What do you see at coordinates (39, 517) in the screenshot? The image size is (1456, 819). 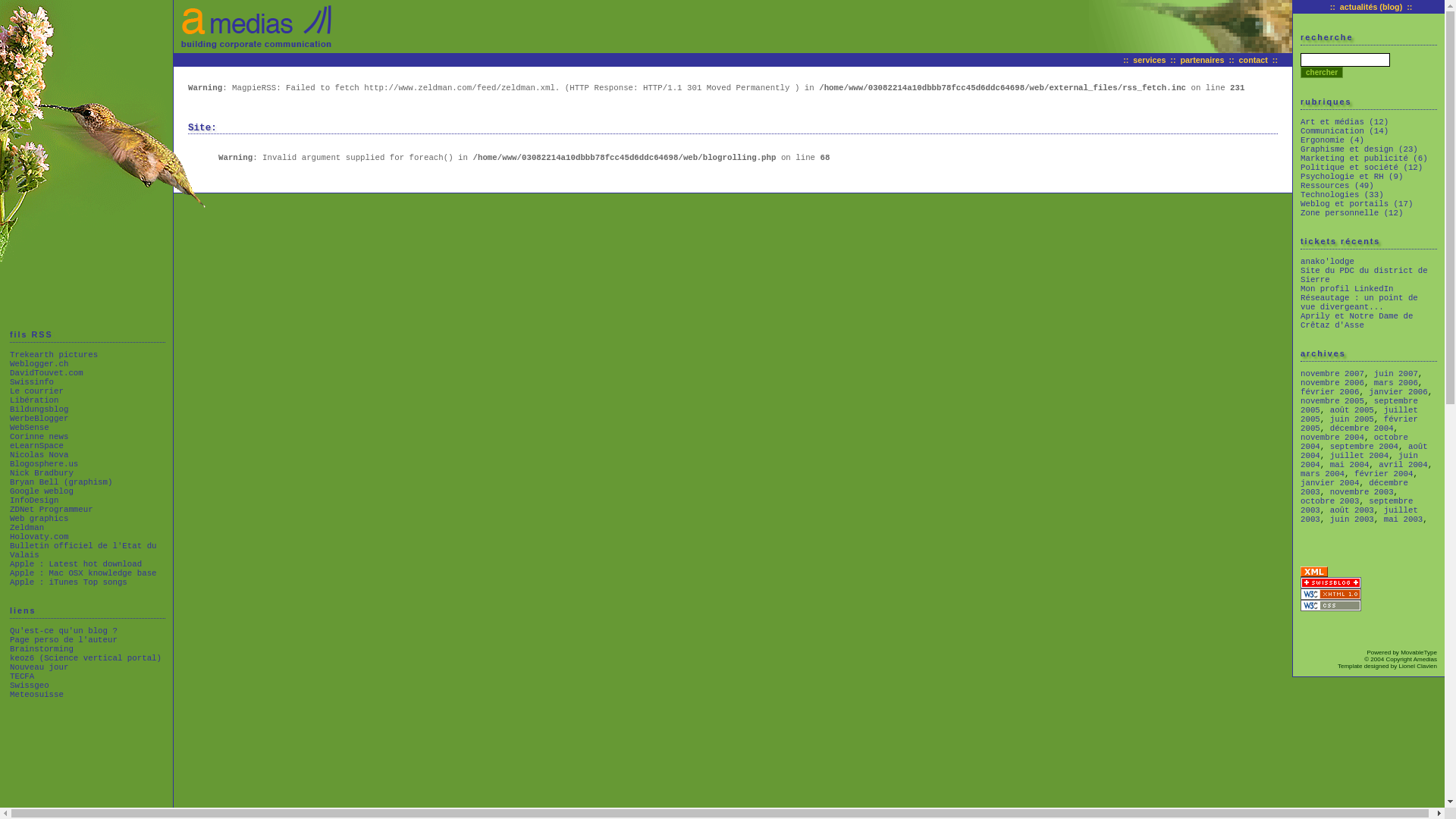 I see `'Web graphics'` at bounding box center [39, 517].